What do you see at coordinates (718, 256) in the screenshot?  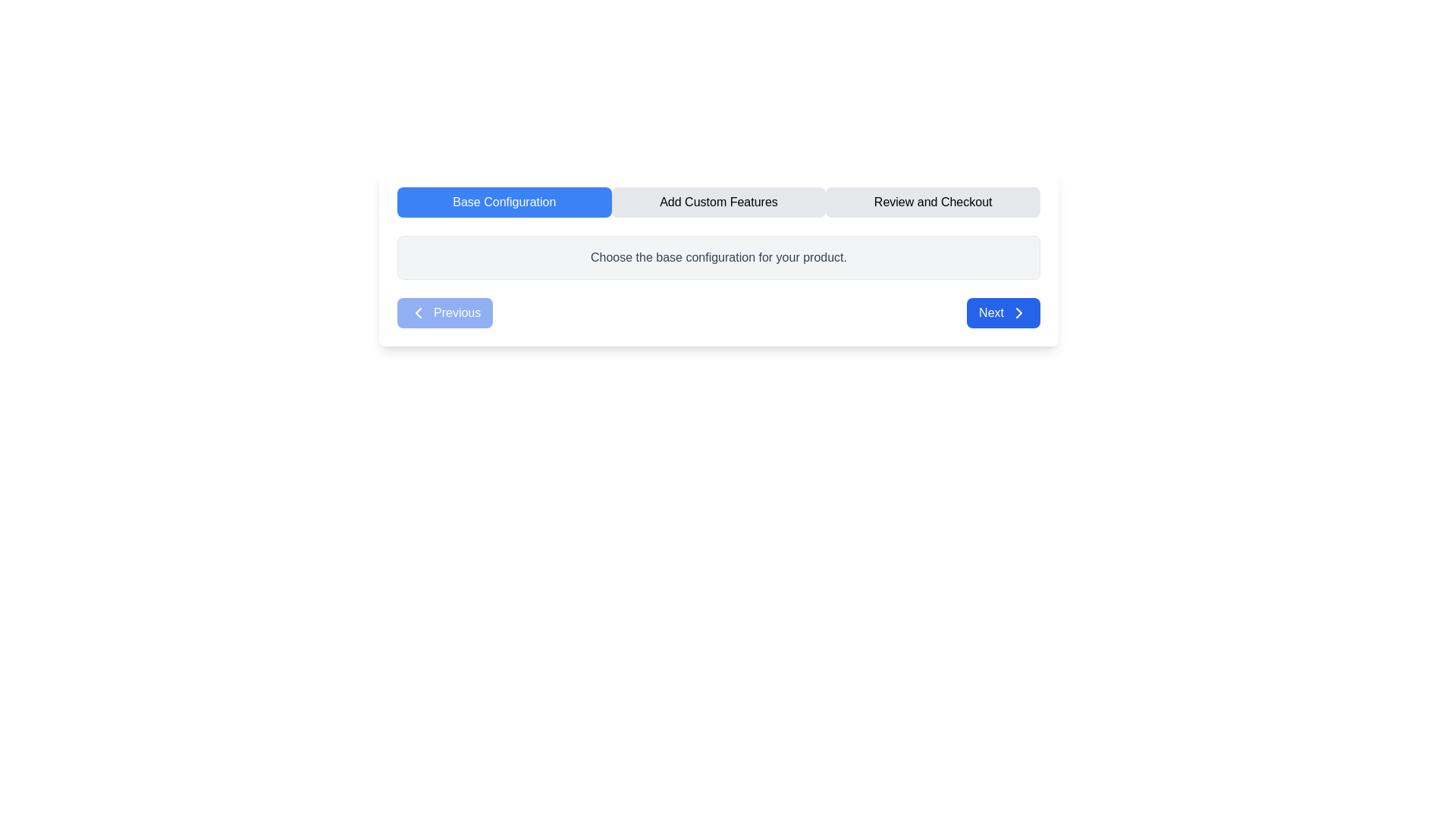 I see `the static text label displaying 'Choose the base configuration for your product.' which is styled in gray against a light background, located below the navigation tabs and above the navigation buttons` at bounding box center [718, 256].